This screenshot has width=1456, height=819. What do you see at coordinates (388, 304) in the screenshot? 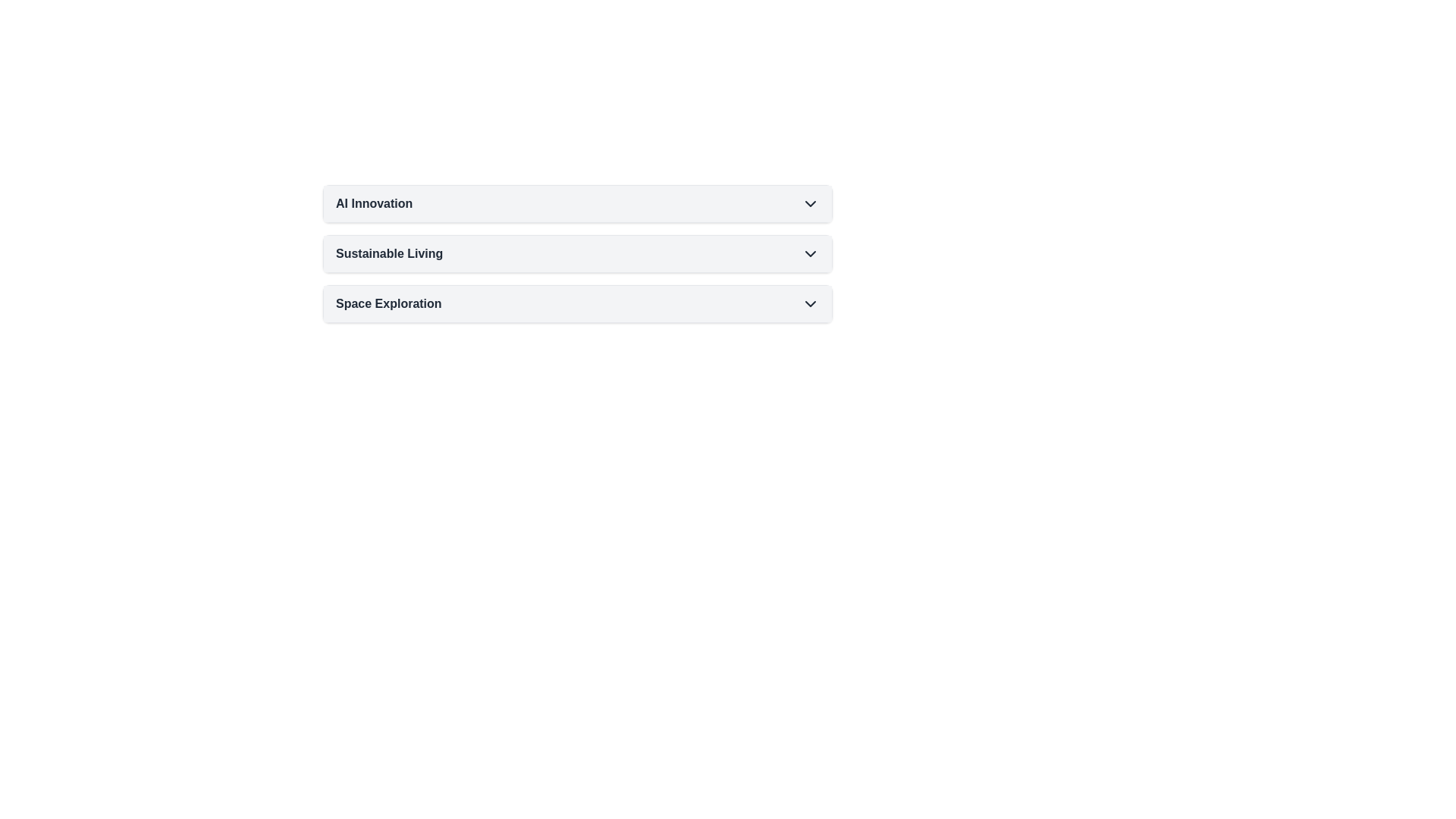
I see `the Text label located in the third section of the vertical list of collapsible items, positioned next to the dropdown arrow icon` at bounding box center [388, 304].